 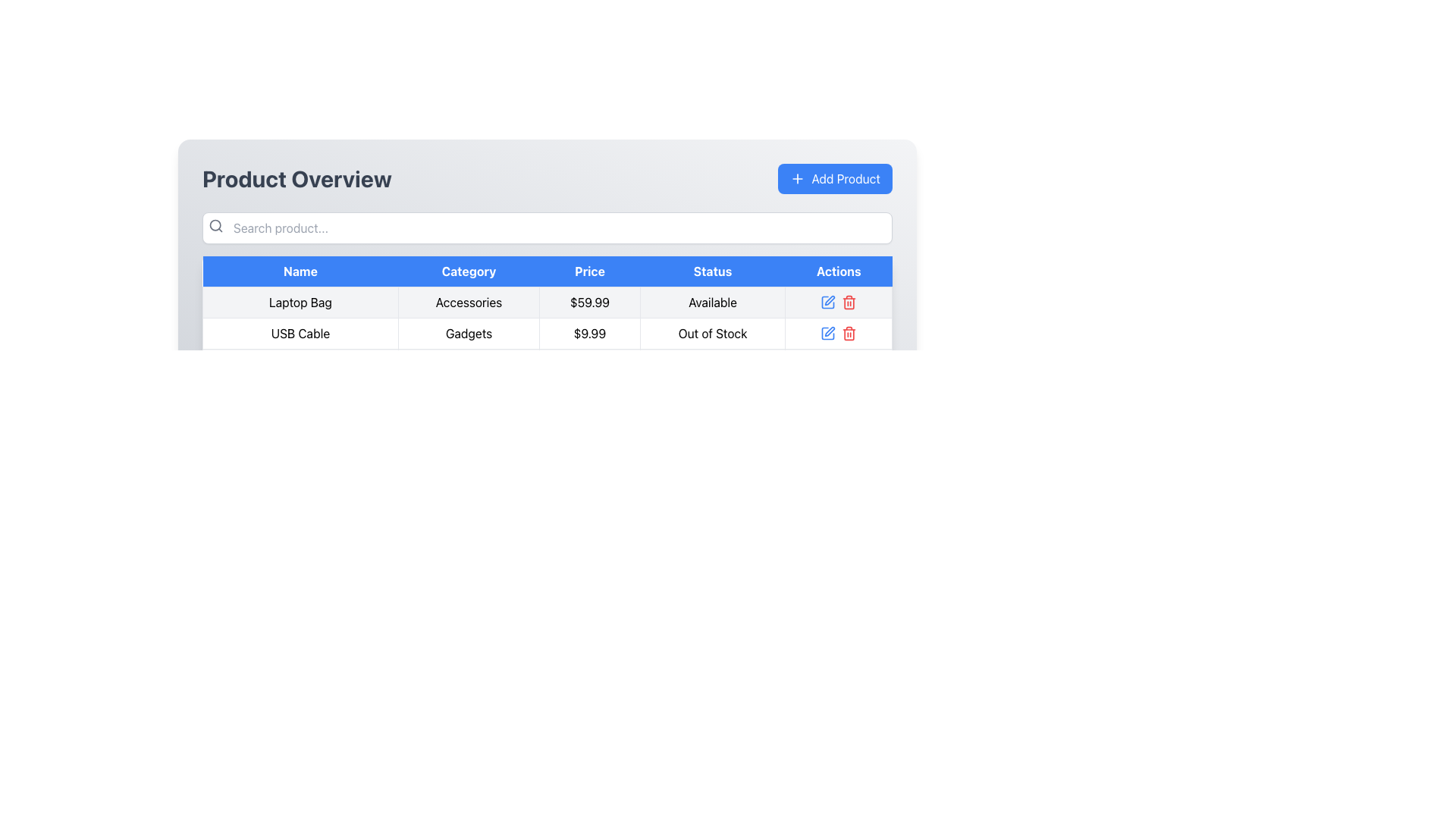 What do you see at coordinates (838, 302) in the screenshot?
I see `the Control group, which is a horizontal group of icons and illustrations located in the 'Actions' column of the top row of a tabular structure, positioned to the right of the row contents` at bounding box center [838, 302].